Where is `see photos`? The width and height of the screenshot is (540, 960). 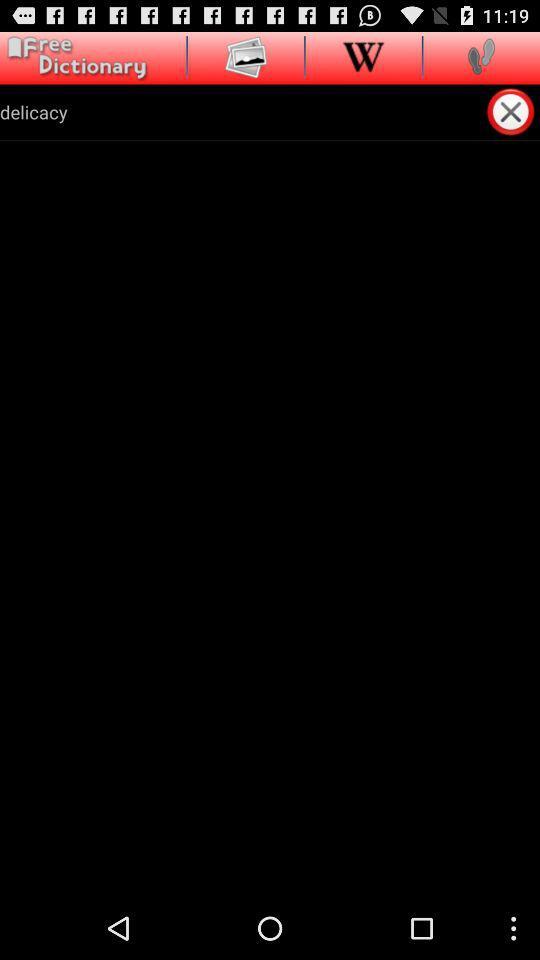 see photos is located at coordinates (246, 55).